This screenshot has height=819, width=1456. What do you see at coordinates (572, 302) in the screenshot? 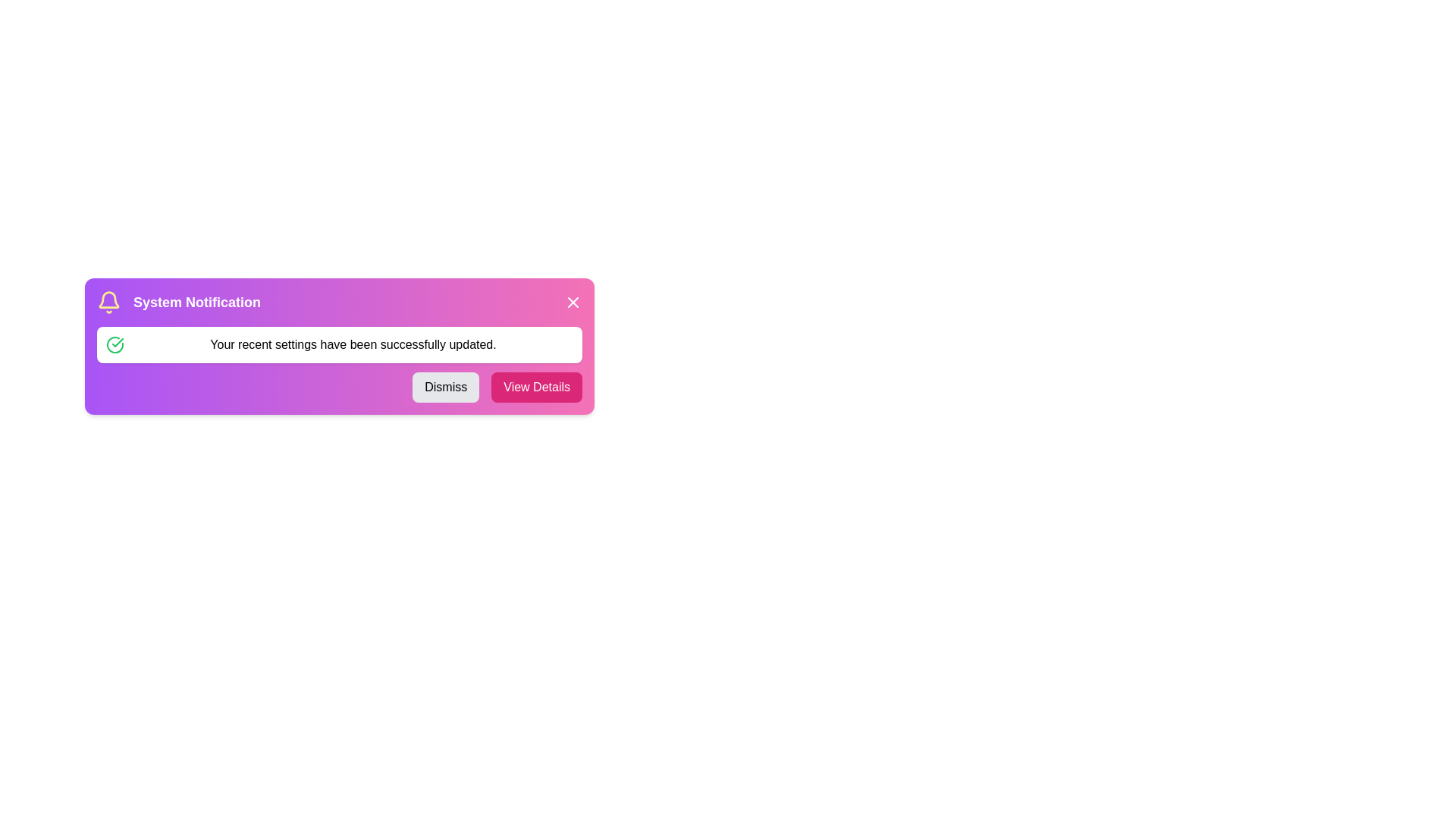
I see `the 'X' button to close the notification` at bounding box center [572, 302].